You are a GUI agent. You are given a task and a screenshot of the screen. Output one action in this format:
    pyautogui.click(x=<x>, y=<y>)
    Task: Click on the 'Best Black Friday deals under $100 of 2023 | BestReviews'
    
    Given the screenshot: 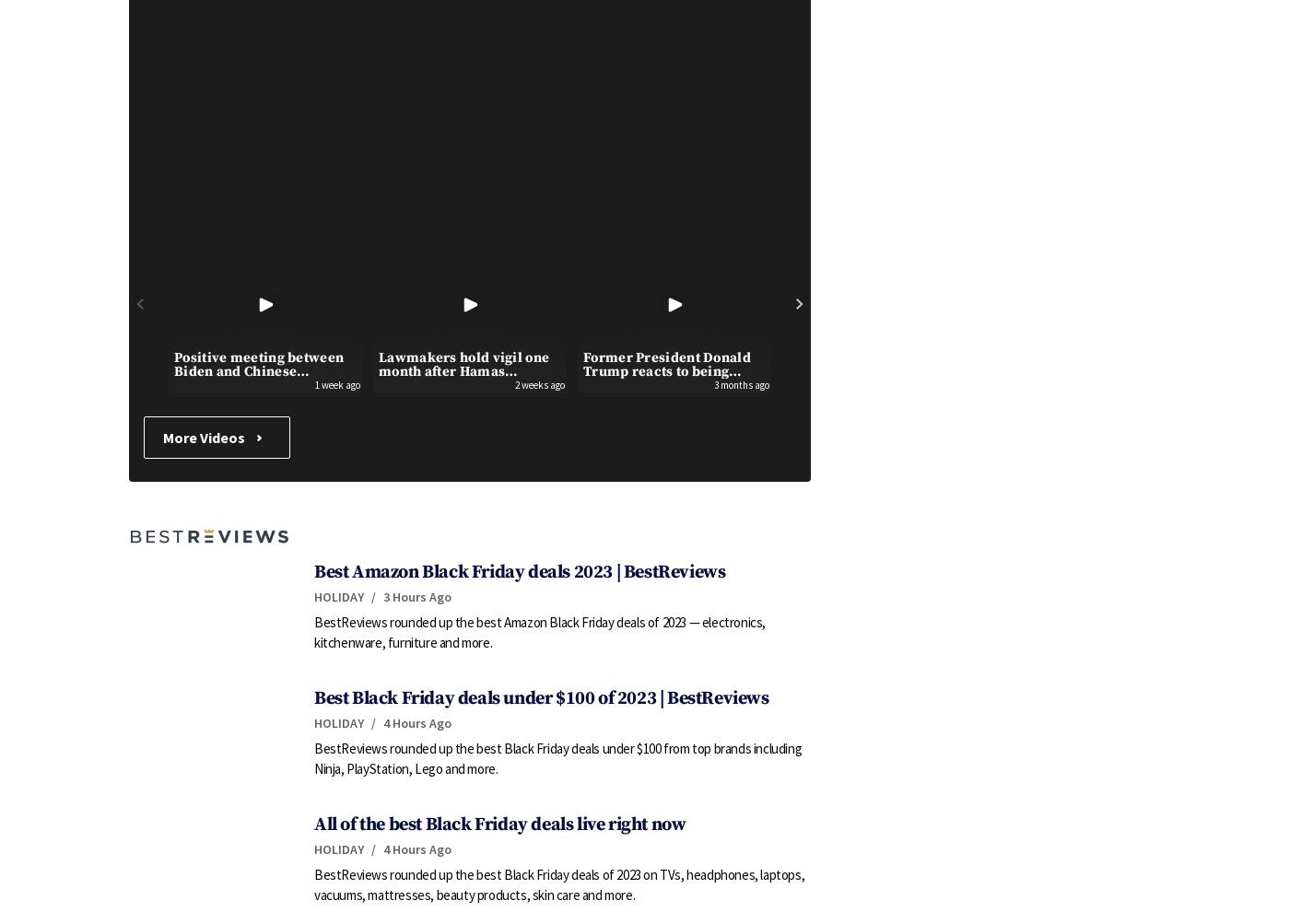 What is the action you would take?
    pyautogui.click(x=541, y=697)
    